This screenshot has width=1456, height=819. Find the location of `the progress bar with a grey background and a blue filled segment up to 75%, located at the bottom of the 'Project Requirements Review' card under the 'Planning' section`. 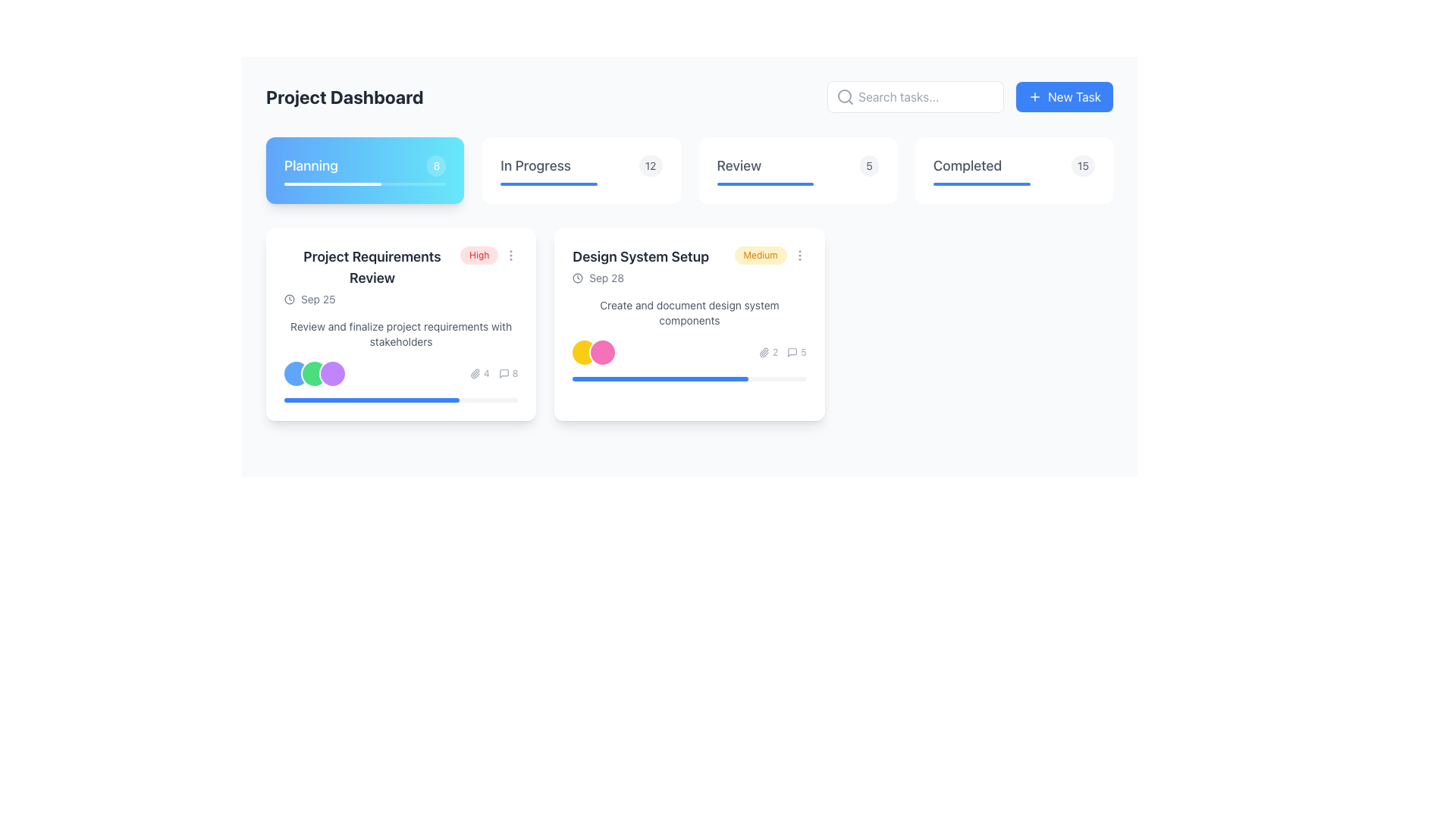

the progress bar with a grey background and a blue filled segment up to 75%, located at the bottom of the 'Project Requirements Review' card under the 'Planning' section is located at coordinates (401, 400).